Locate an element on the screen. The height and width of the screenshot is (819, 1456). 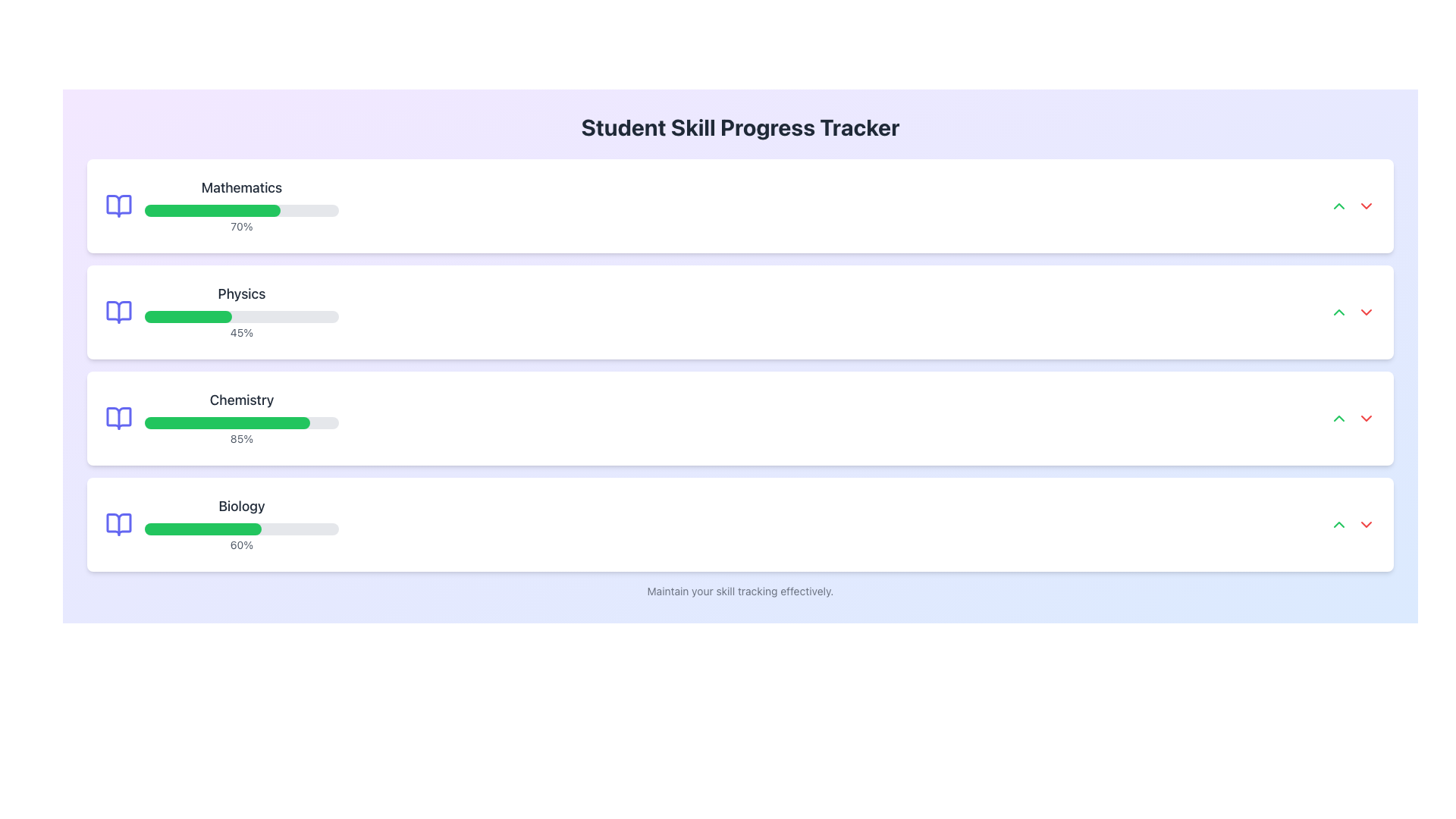
the progress bar located below the 'Biology' text, which is the fourth progress bar in the list of subjects and shows a filled green section representing progress is located at coordinates (240, 529).